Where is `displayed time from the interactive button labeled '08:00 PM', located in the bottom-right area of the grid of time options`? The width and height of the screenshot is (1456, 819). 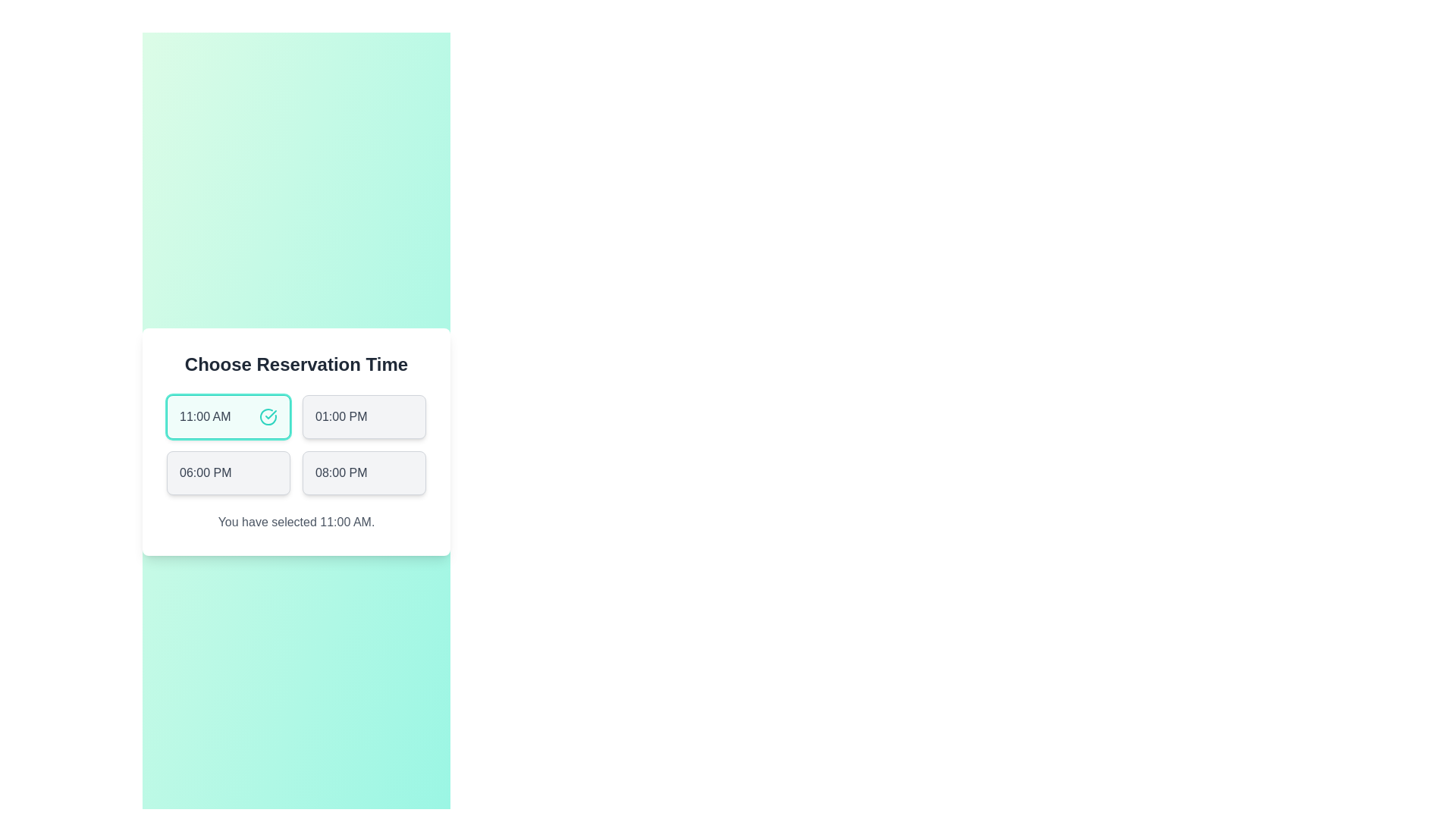 displayed time from the interactive button labeled '08:00 PM', located in the bottom-right area of the grid of time options is located at coordinates (340, 472).